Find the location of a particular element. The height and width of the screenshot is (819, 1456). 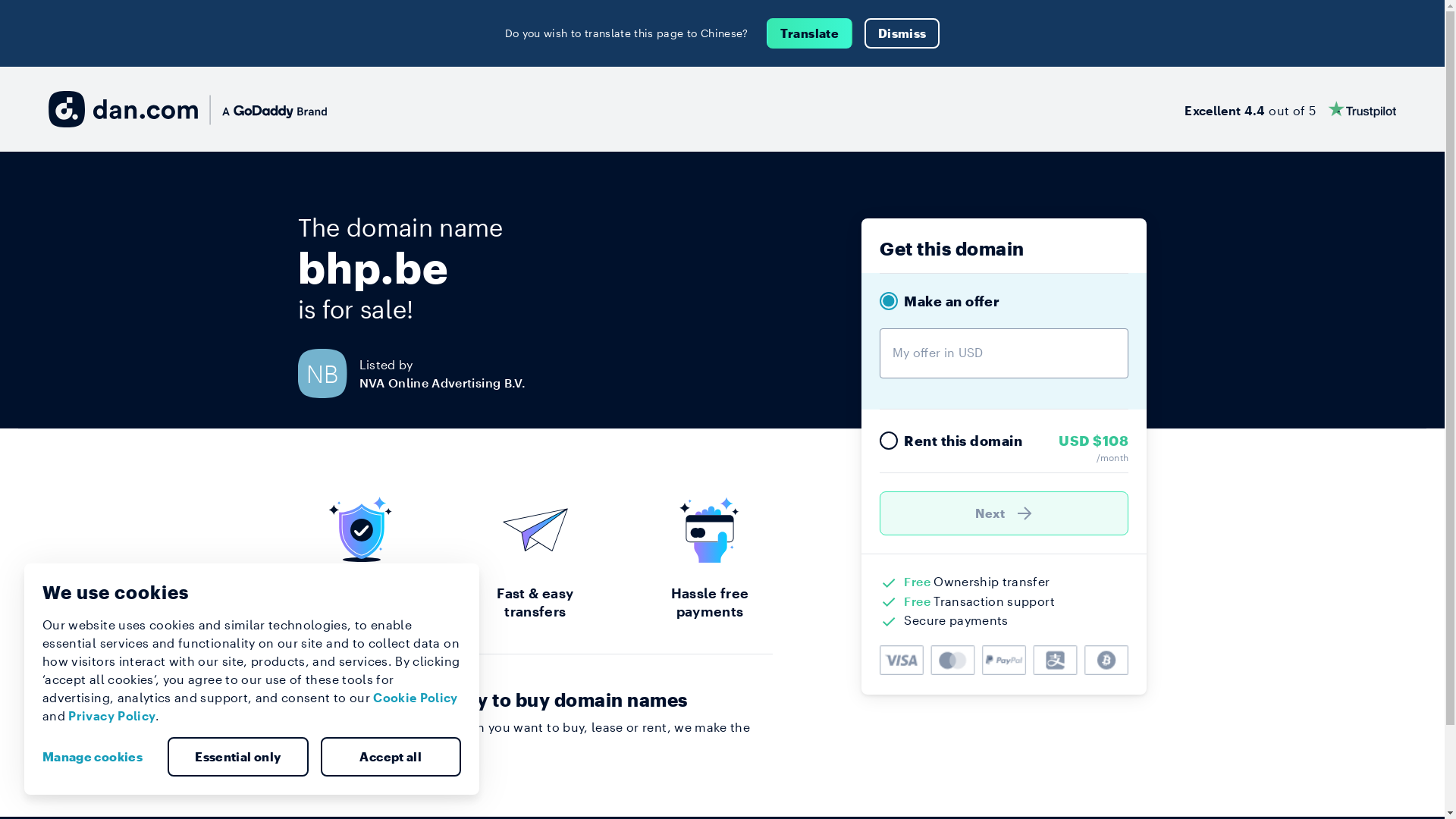

'Next is located at coordinates (1004, 513).